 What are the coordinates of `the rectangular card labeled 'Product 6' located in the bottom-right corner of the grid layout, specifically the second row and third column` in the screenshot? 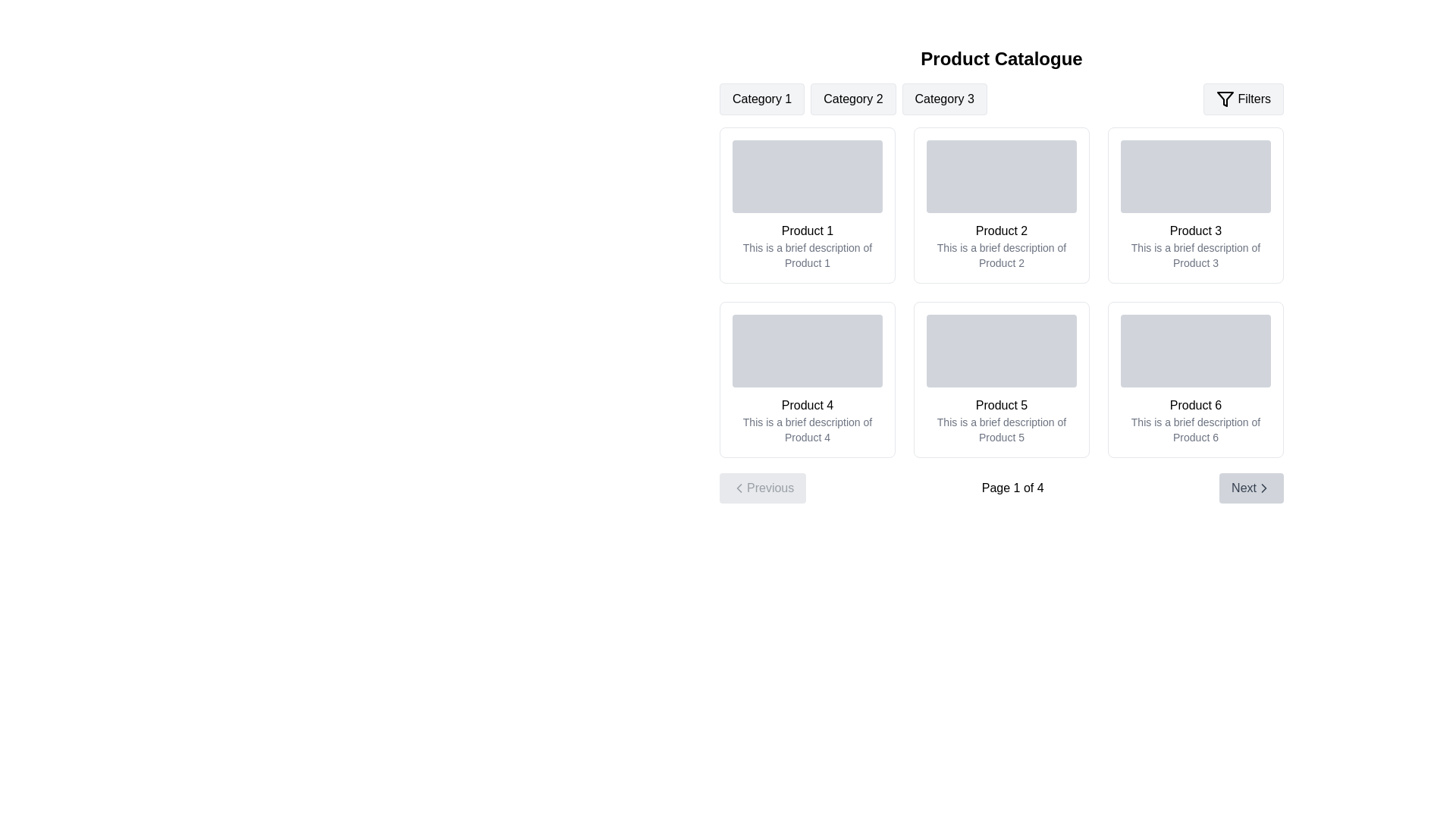 It's located at (1195, 379).